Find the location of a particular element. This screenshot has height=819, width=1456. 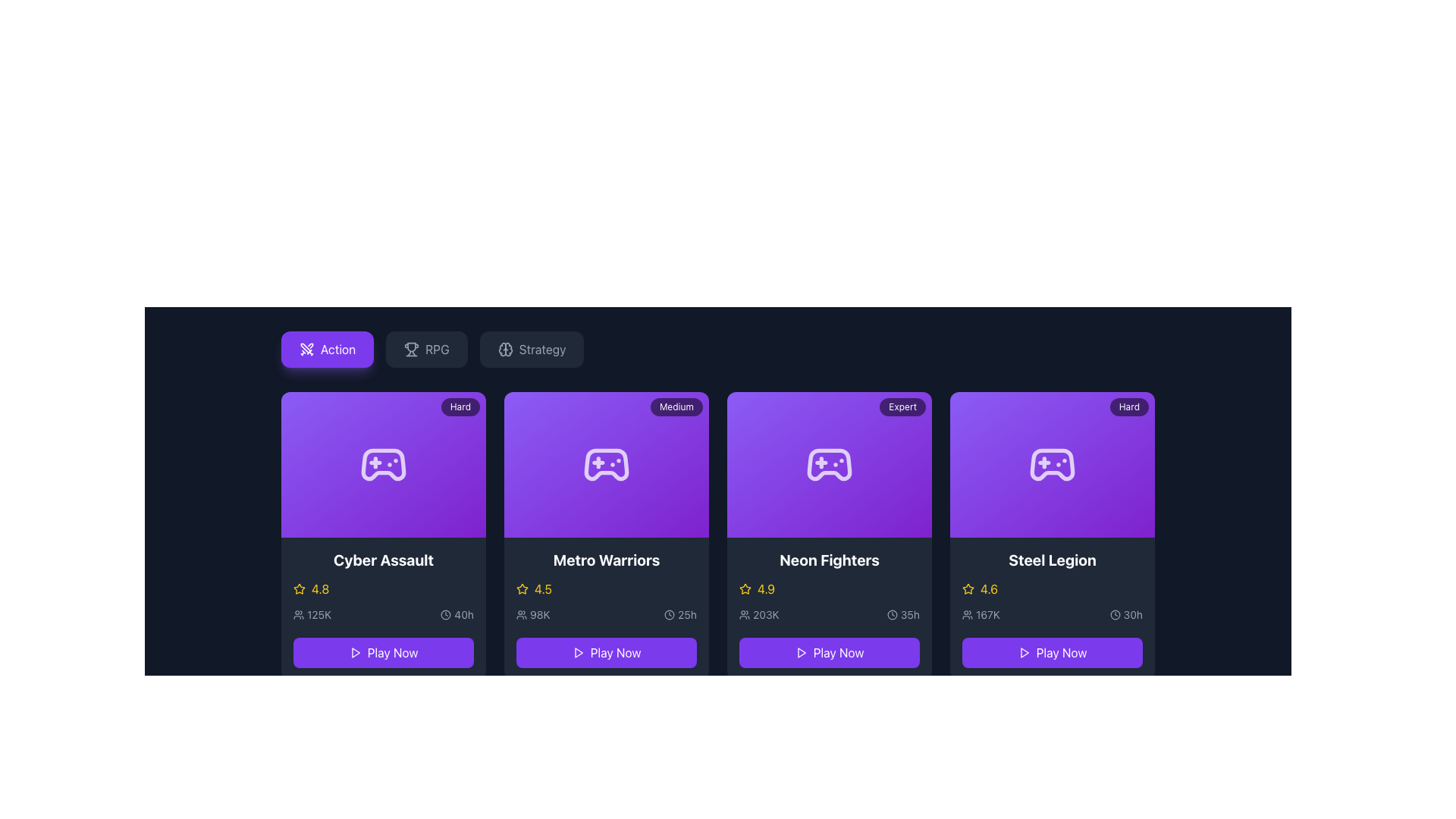

the count display element for 'Steel Legion' which shows the number of participants or viewers, located below the rating and above the time indicator is located at coordinates (981, 614).